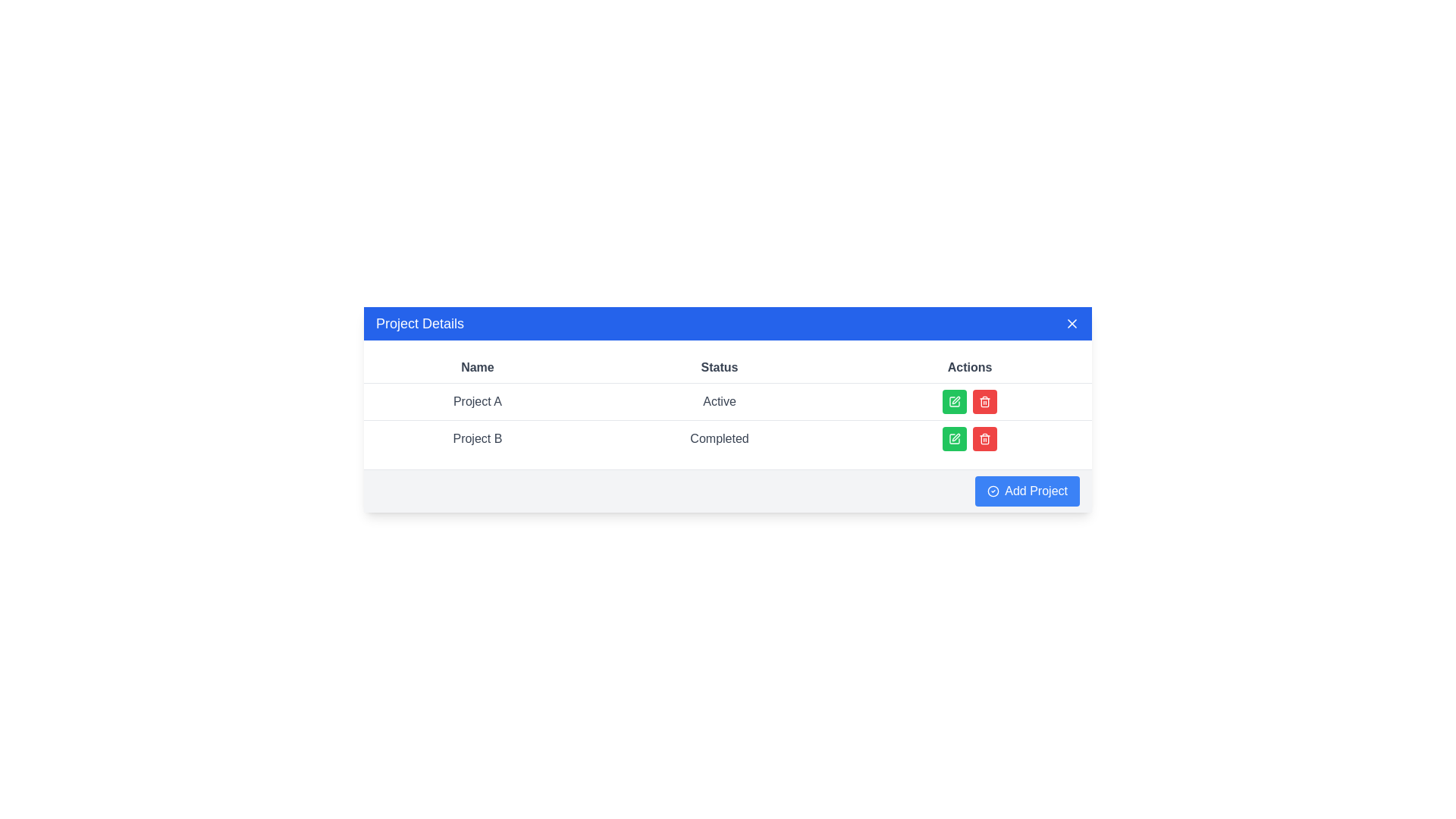  Describe the element at coordinates (719, 400) in the screenshot. I see `the 'Active' text label, which is styled with padding and centered alignment in the 'Status' column of the 'Project A' row` at that location.